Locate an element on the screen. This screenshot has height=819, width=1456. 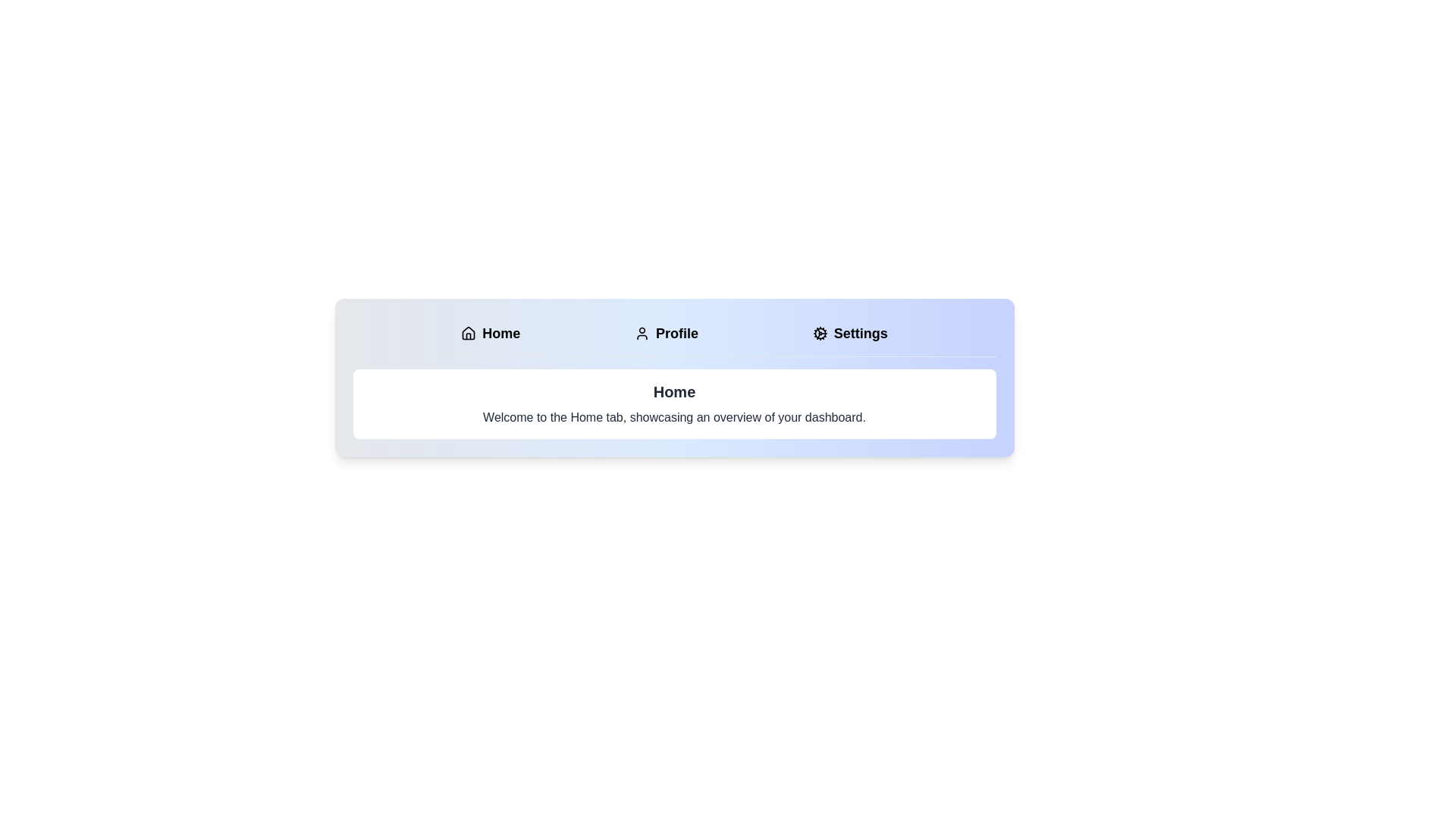
the 'Home' button is located at coordinates (491, 332).